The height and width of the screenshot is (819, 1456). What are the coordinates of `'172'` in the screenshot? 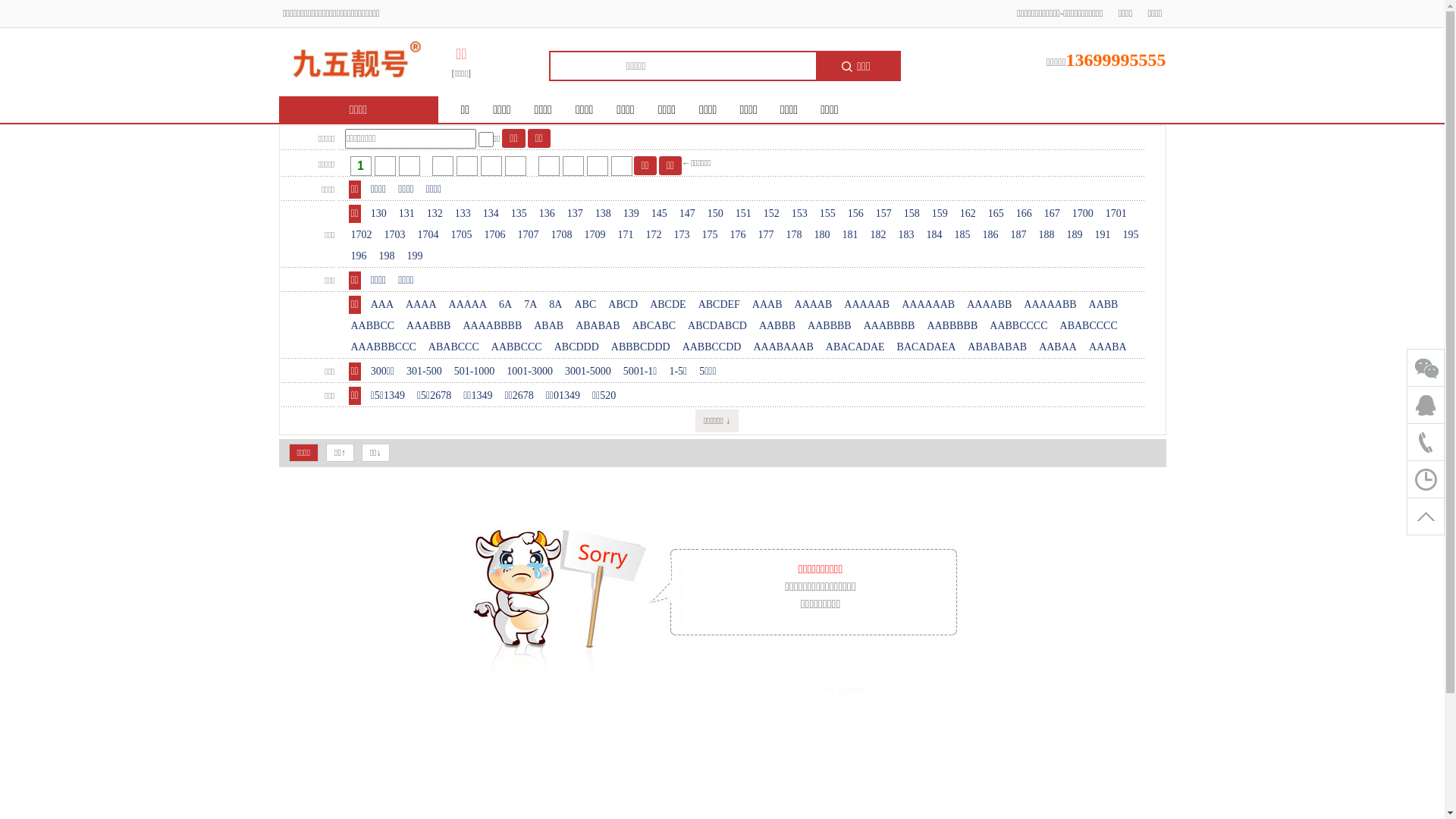 It's located at (643, 234).